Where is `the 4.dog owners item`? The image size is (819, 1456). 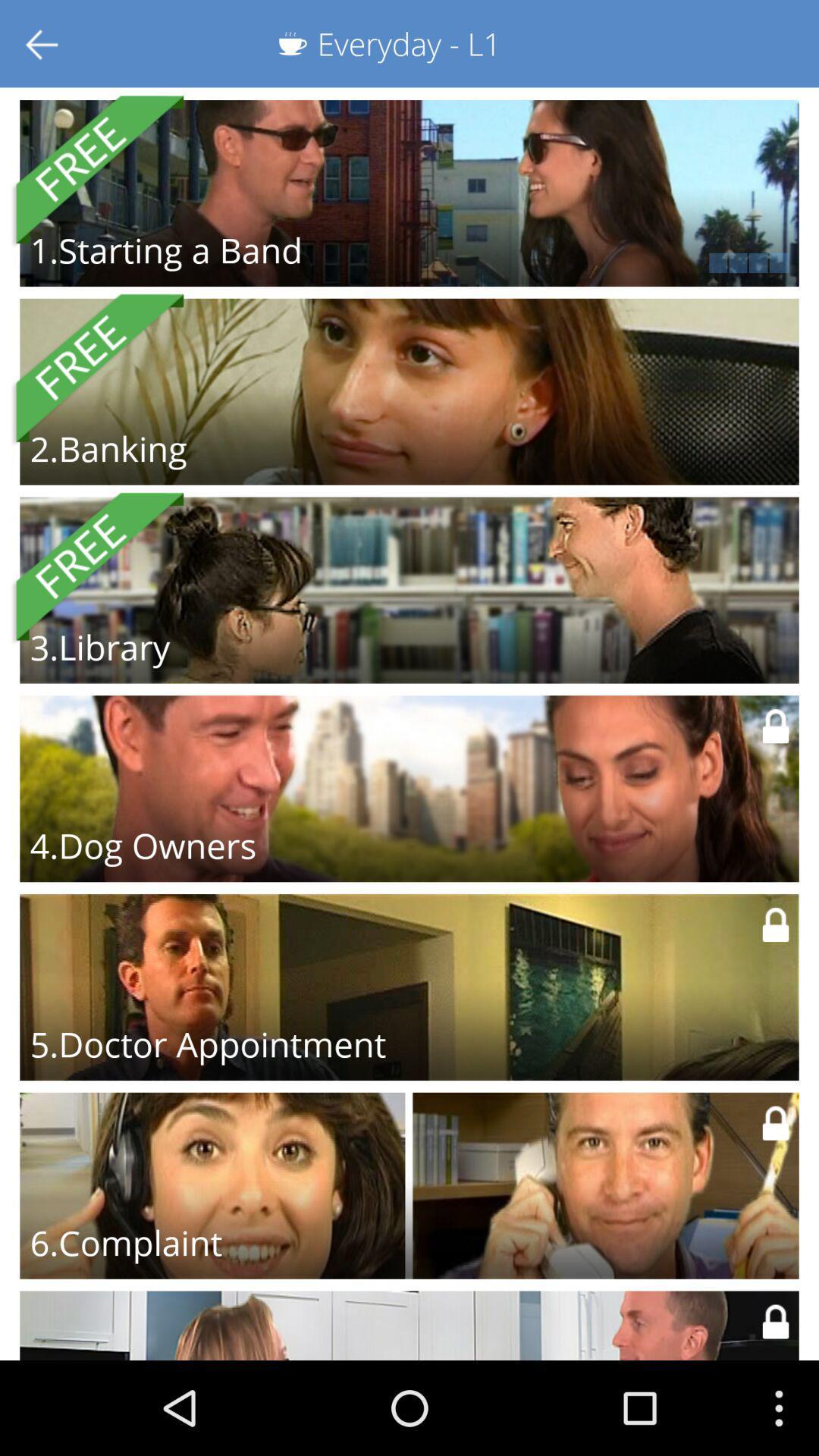 the 4.dog owners item is located at coordinates (143, 845).